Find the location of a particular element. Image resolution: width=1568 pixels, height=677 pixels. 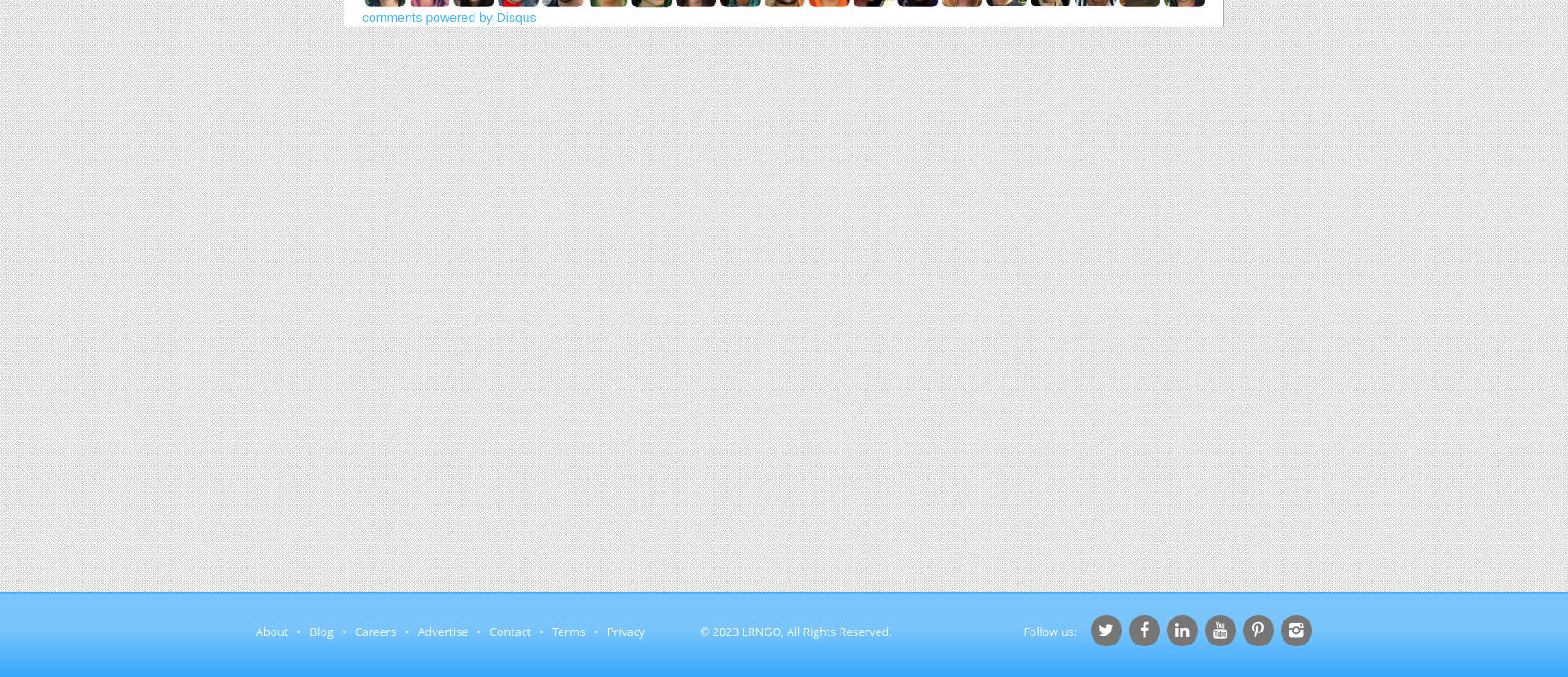

'© 2023 LRNGO, All Rights Reserved.' is located at coordinates (698, 632).